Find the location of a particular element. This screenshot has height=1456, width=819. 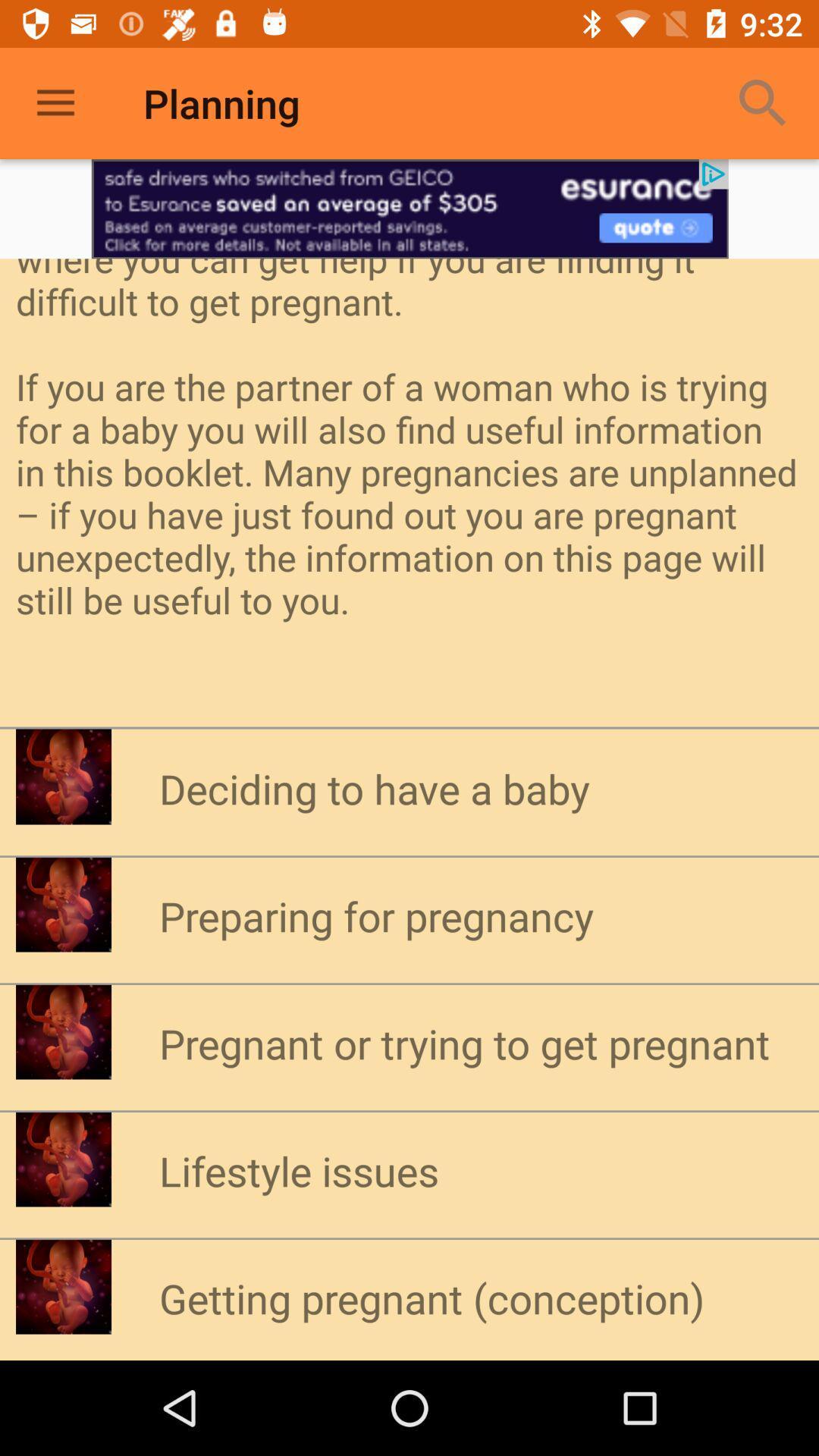

advertisement is located at coordinates (409, 208).